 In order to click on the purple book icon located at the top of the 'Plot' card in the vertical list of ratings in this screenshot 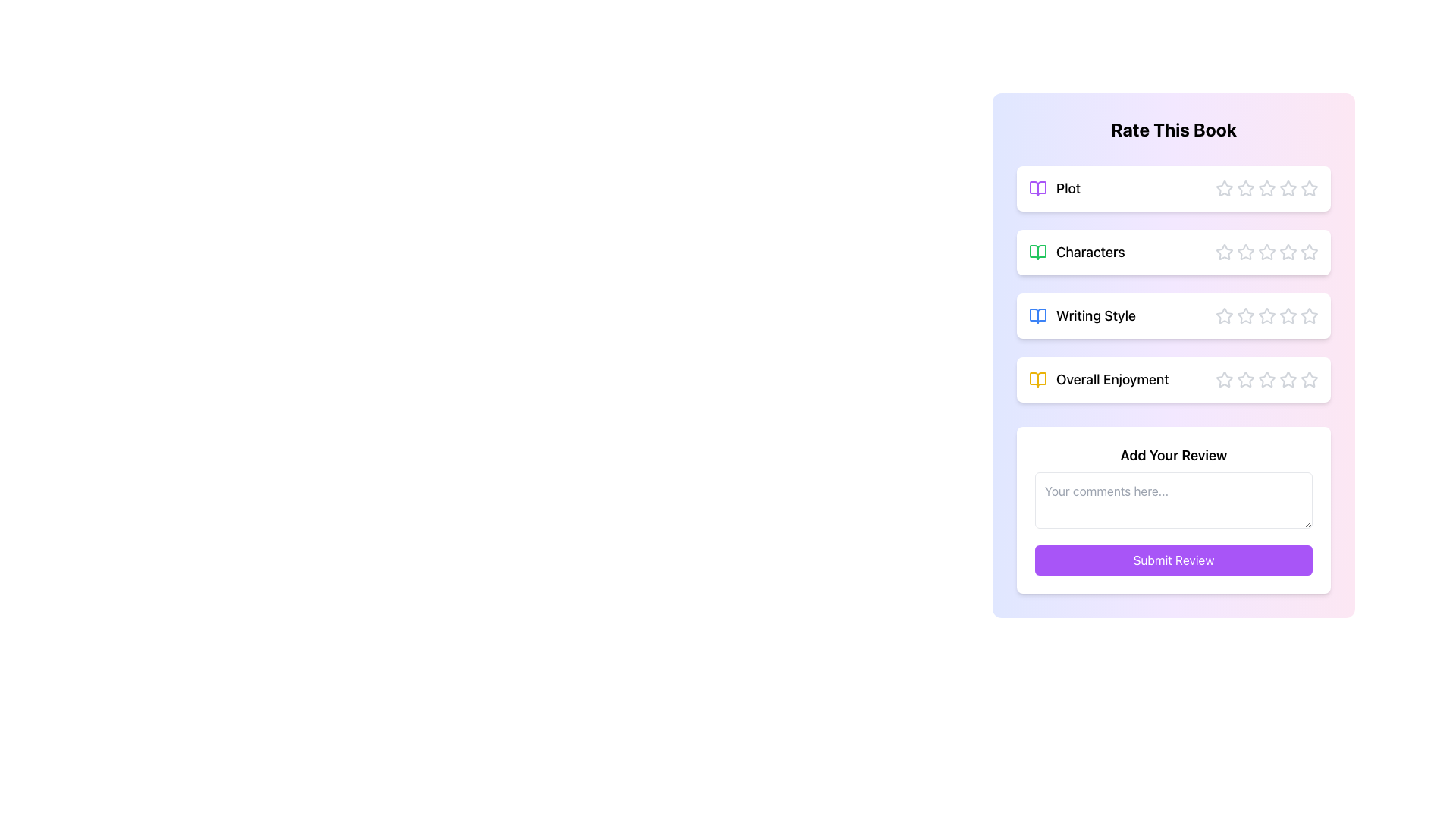, I will do `click(1037, 188)`.